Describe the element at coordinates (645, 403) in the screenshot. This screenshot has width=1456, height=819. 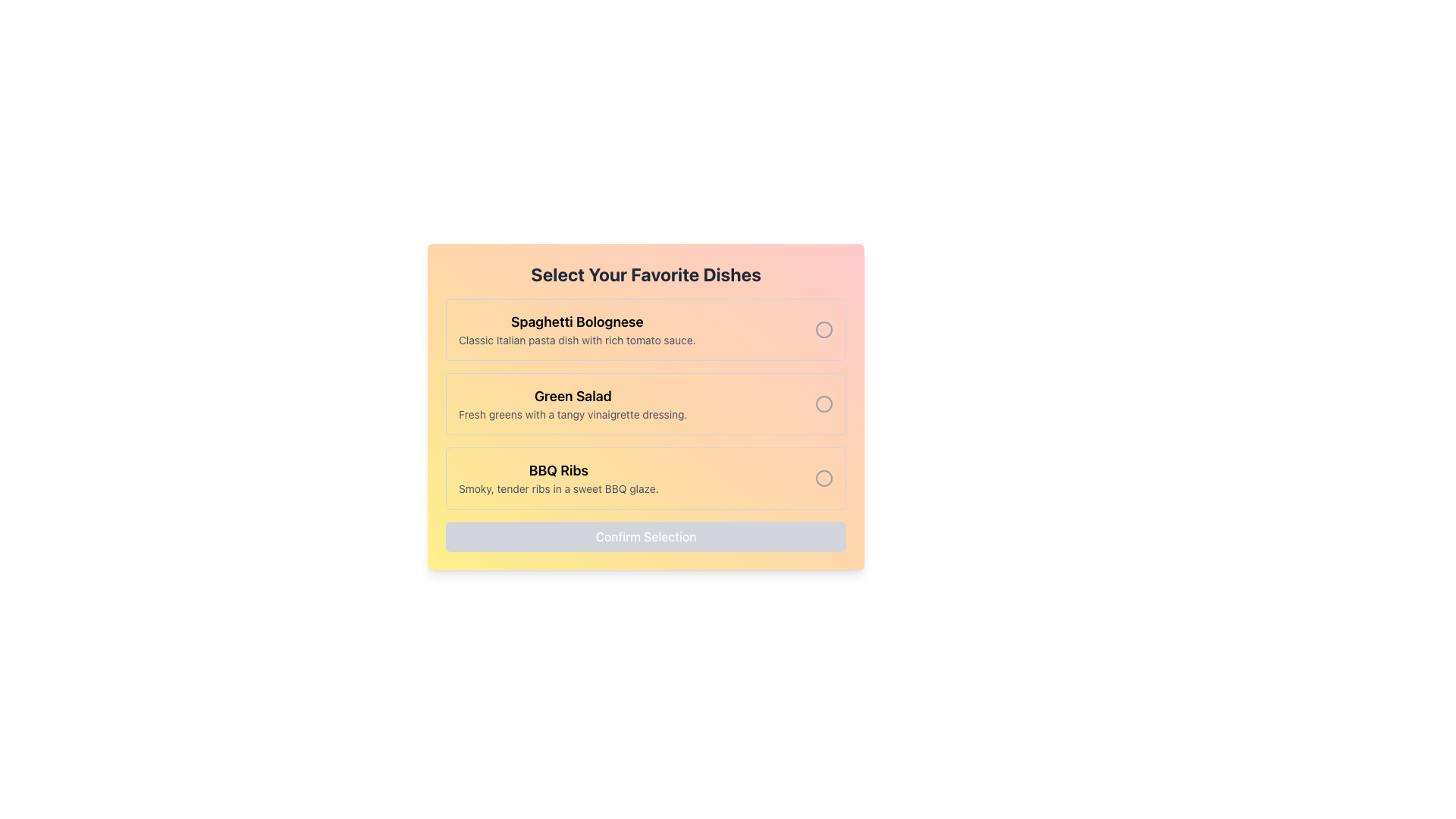
I see `the 'Green Salad' selectable menu option, which is the second item in the list with an associated radio button` at that location.